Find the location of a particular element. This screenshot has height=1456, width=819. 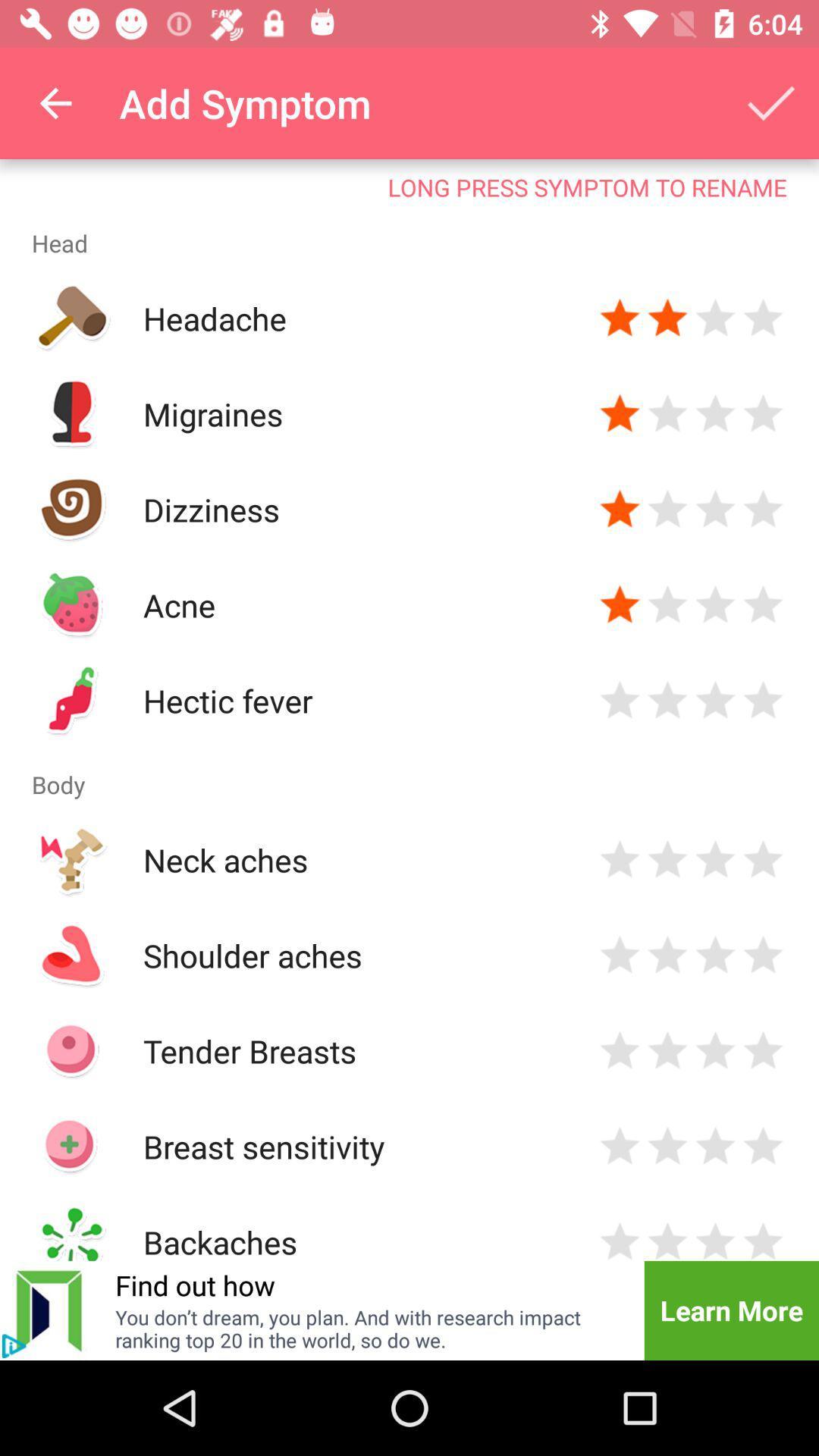

rate four stars is located at coordinates (763, 954).